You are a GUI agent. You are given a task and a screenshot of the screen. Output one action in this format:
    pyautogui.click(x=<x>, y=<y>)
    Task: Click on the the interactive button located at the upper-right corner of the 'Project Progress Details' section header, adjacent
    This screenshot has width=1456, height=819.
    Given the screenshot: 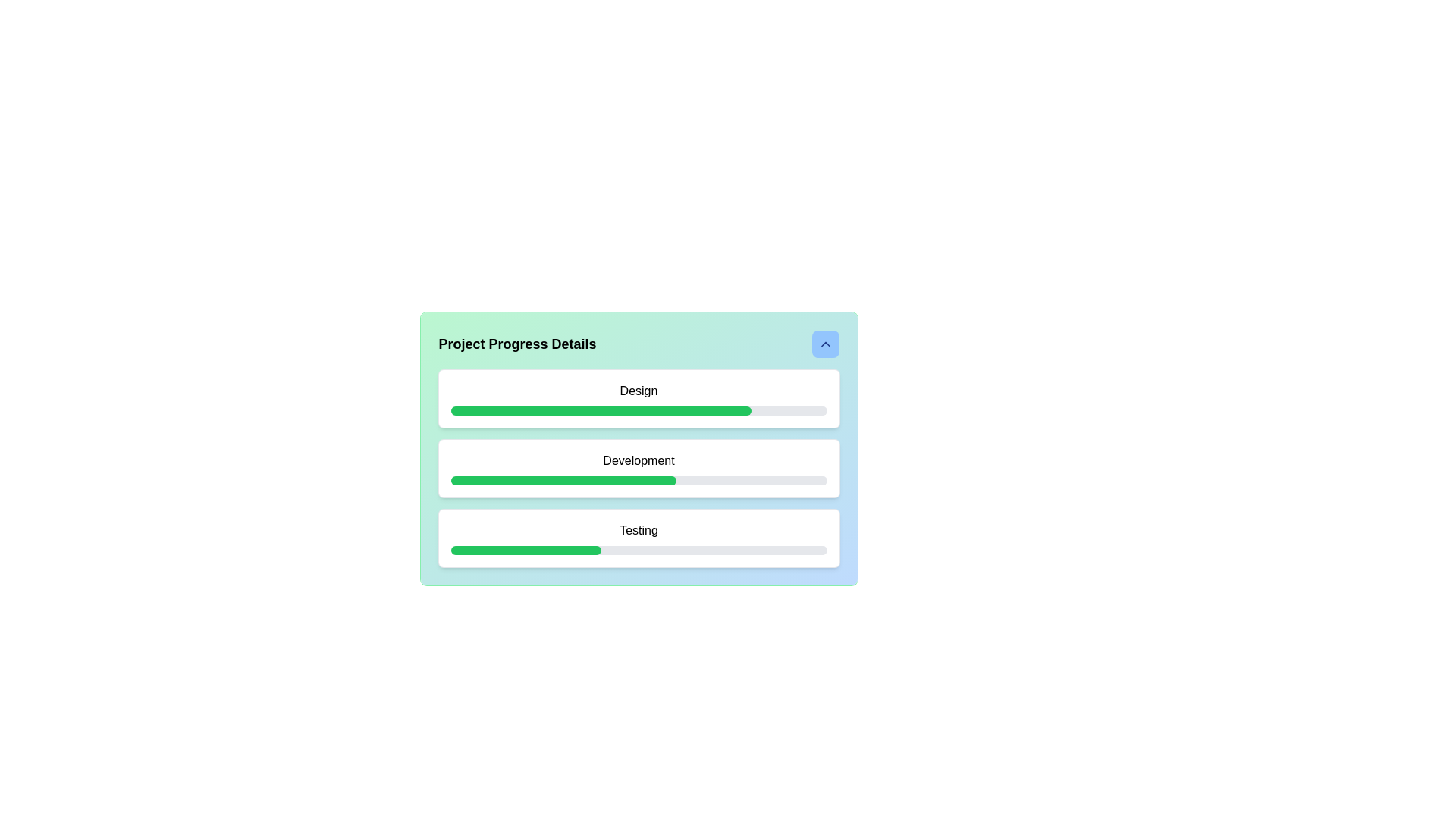 What is the action you would take?
    pyautogui.click(x=824, y=344)
    